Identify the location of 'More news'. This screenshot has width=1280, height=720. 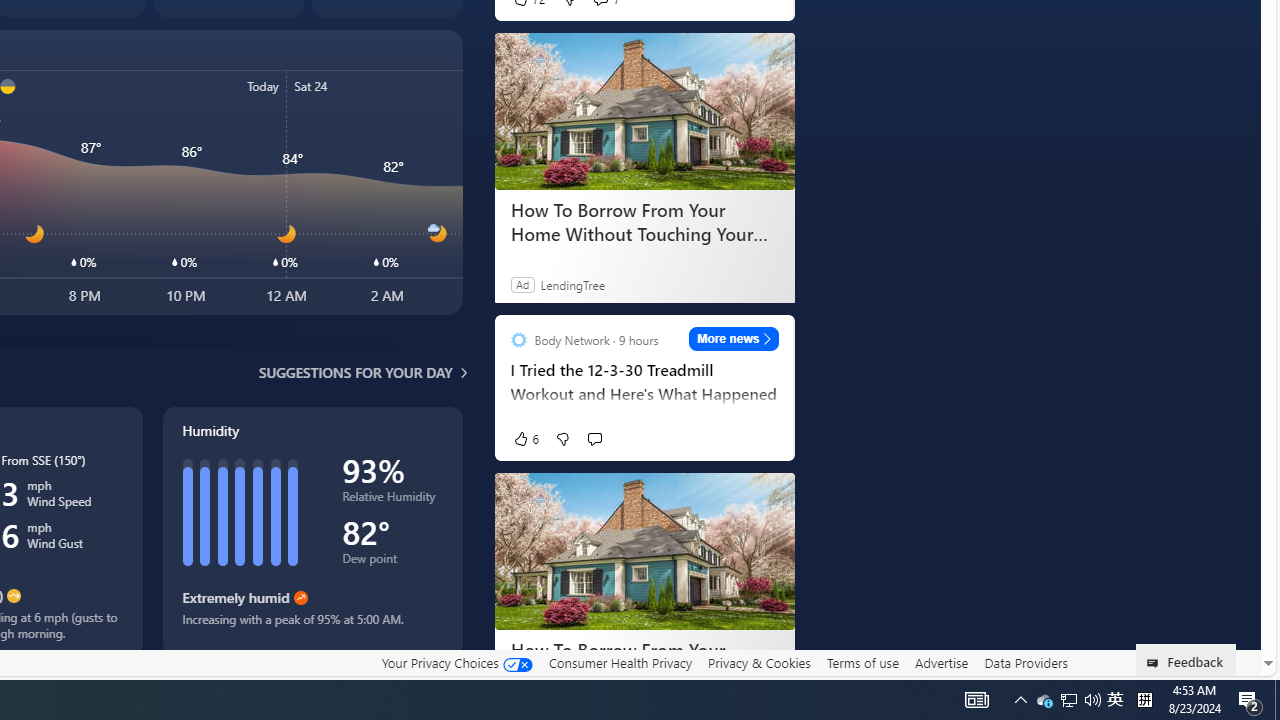
(733, 338).